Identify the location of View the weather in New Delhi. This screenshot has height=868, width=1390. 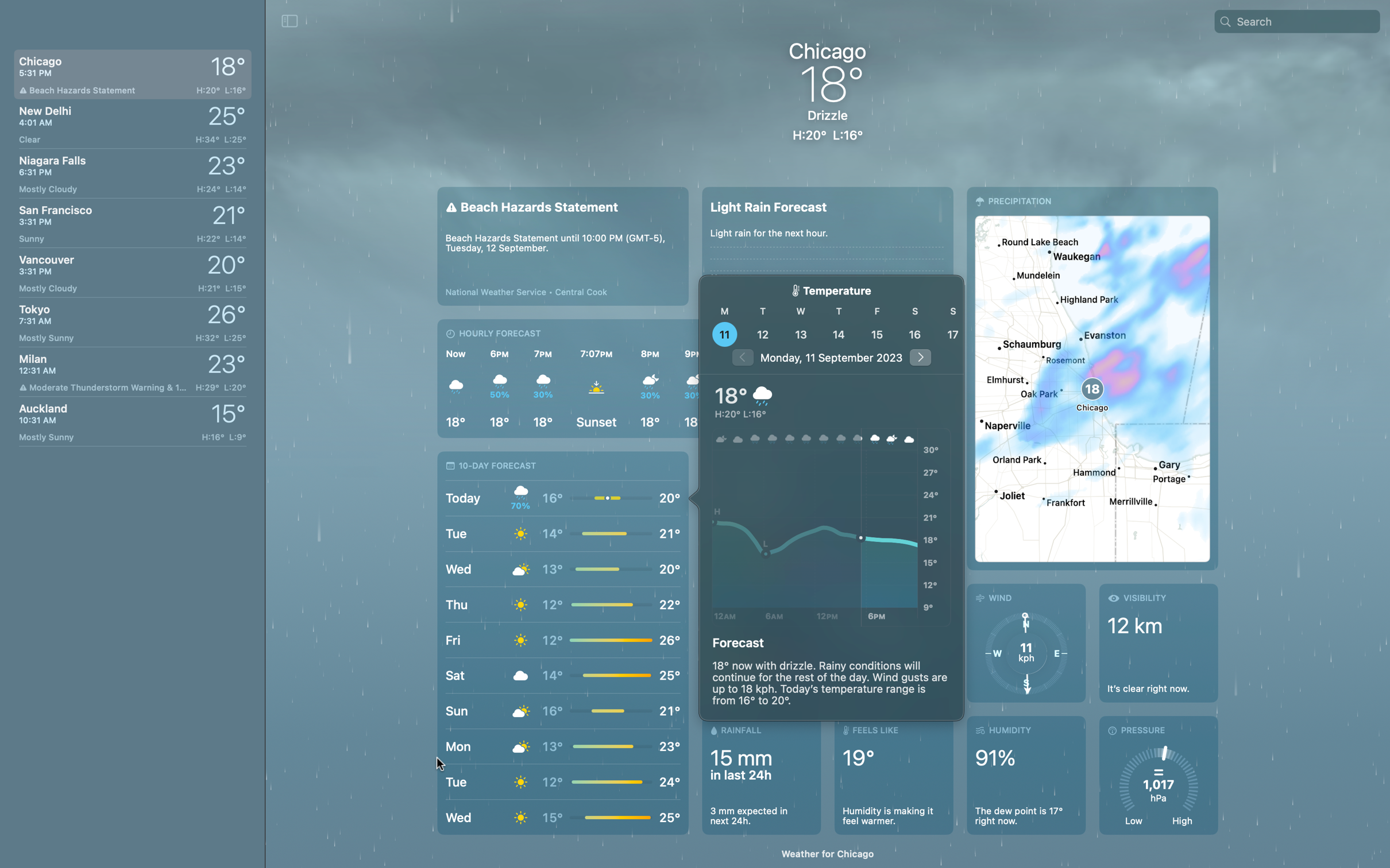
(132, 122).